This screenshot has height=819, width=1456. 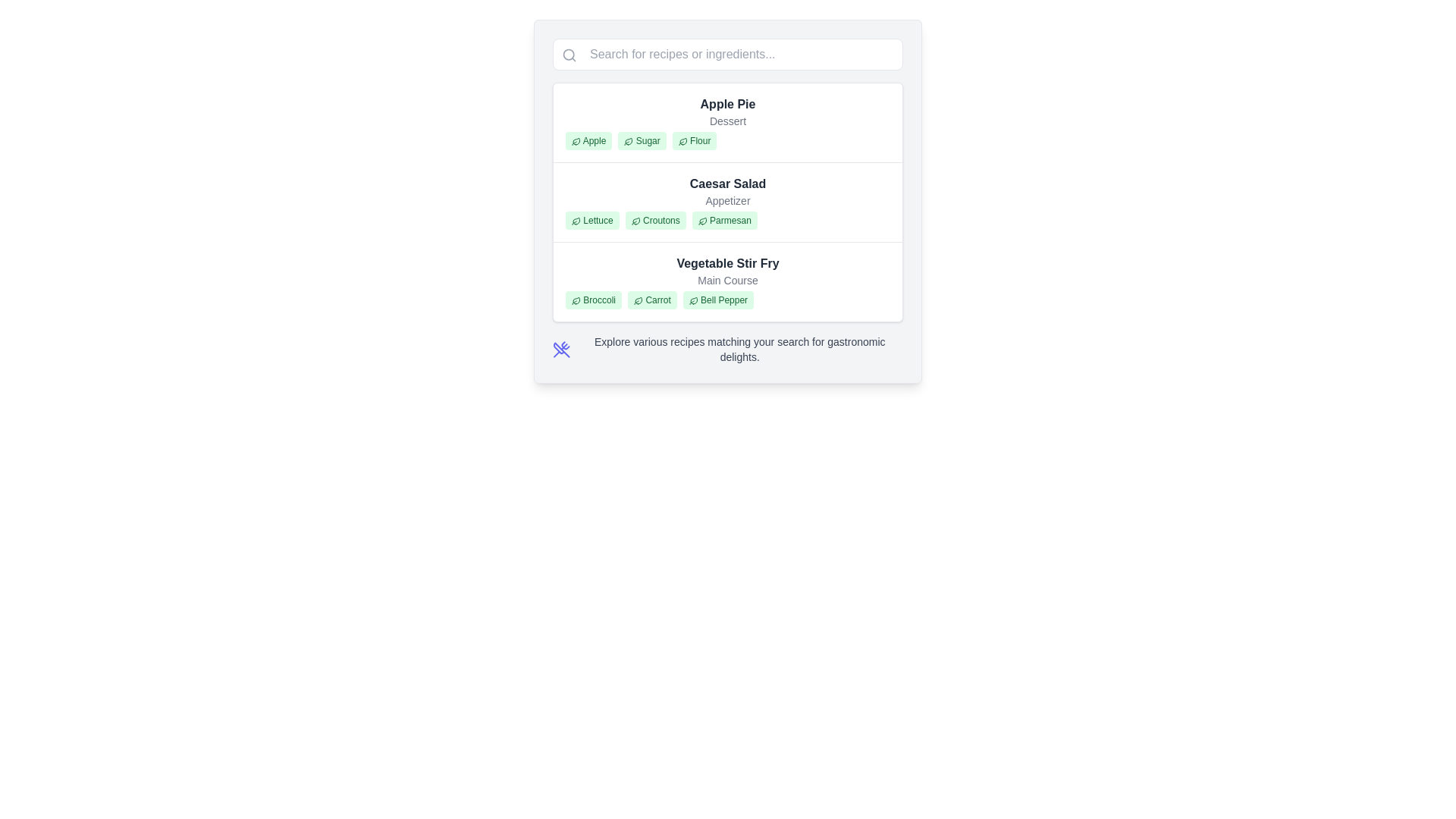 I want to click on horizontal tag list displaying the main ingredients of the 'Apple Pie' recipe, which is located beneath the 'Dessert' label in the Apple Pie card, so click(x=728, y=140).